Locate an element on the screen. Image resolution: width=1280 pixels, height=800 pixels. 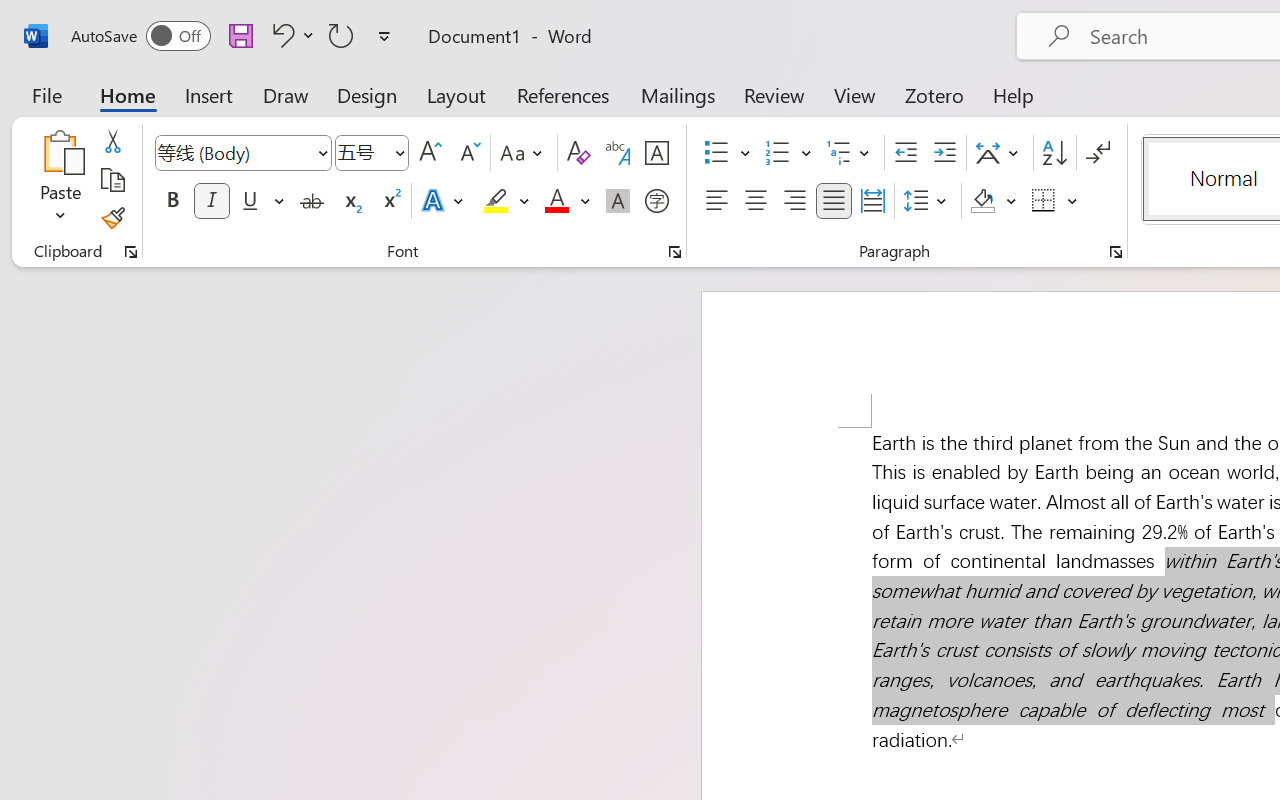
'Cut' is located at coordinates (111, 141).